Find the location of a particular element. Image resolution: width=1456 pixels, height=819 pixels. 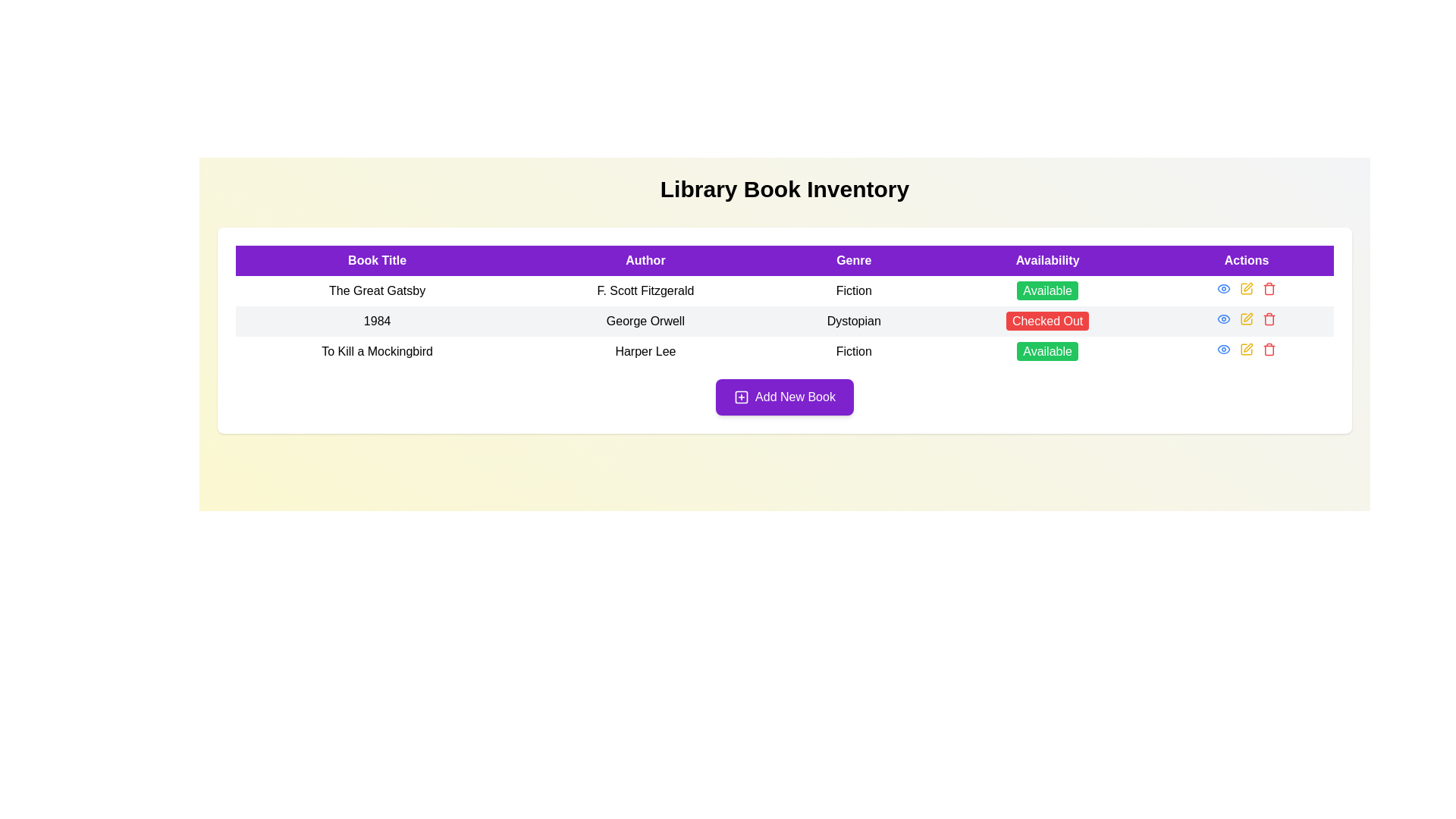

the red availability status label for the book titled '1984', which indicates its non-interactive availability status is located at coordinates (1046, 320).